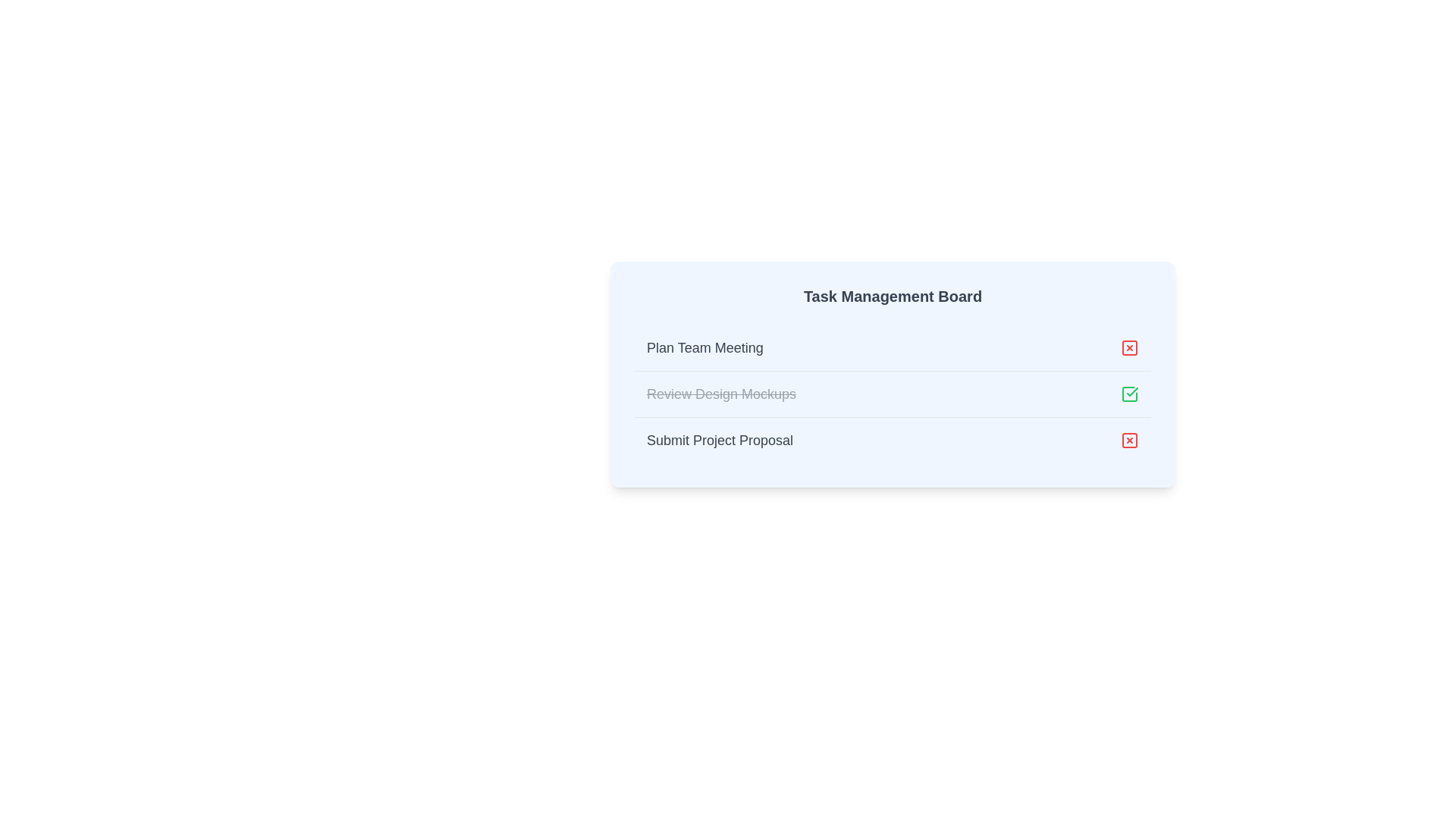 The height and width of the screenshot is (819, 1456). I want to click on text from the text label that reads 'Plan Team Meeting', which is styled with a medium-sized font and gray color, located in the 'Task Management Board' section, so click(704, 348).